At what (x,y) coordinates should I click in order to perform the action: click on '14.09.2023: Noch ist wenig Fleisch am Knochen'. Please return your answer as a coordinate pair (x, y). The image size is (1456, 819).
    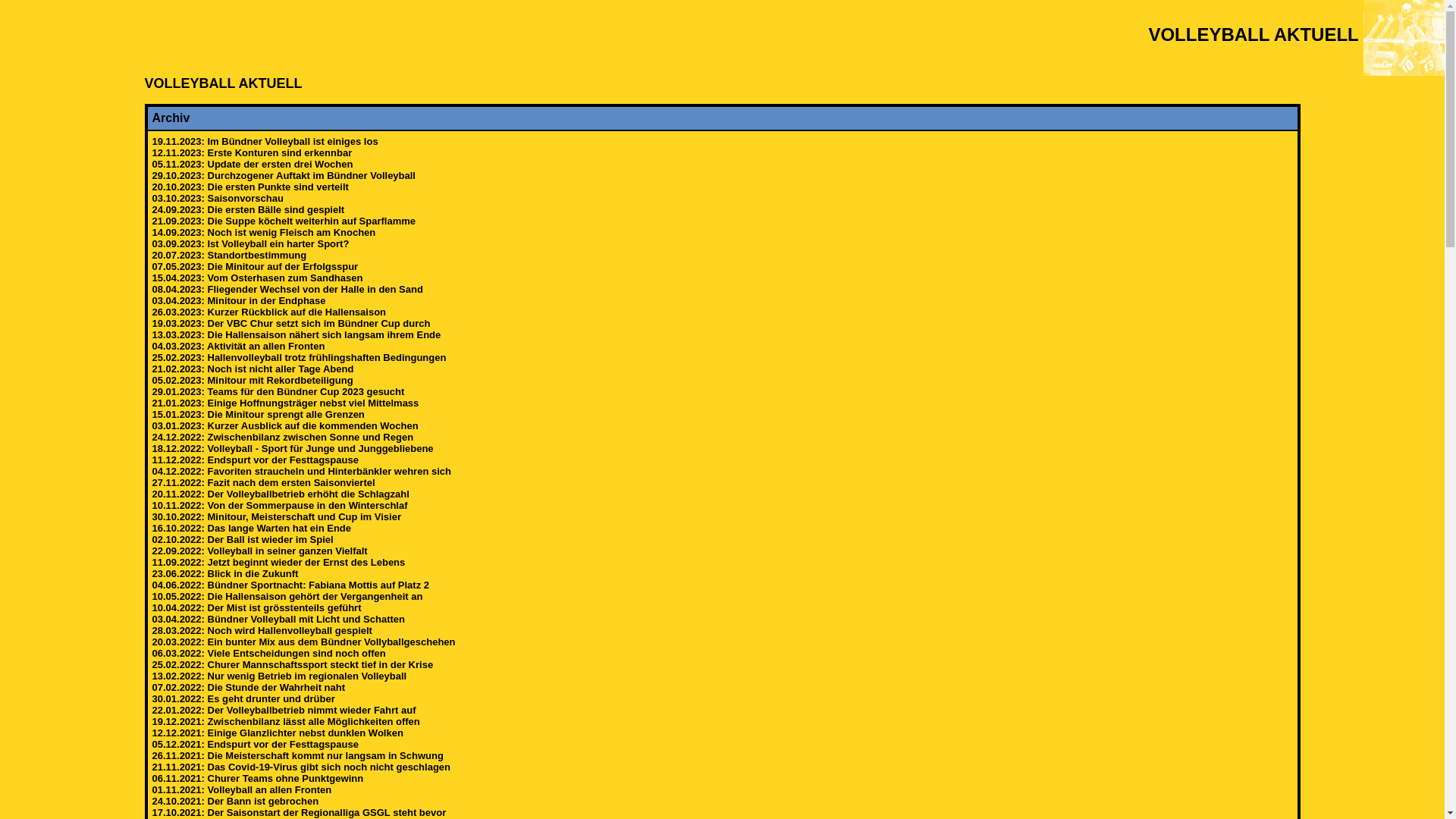
    Looking at the image, I should click on (263, 232).